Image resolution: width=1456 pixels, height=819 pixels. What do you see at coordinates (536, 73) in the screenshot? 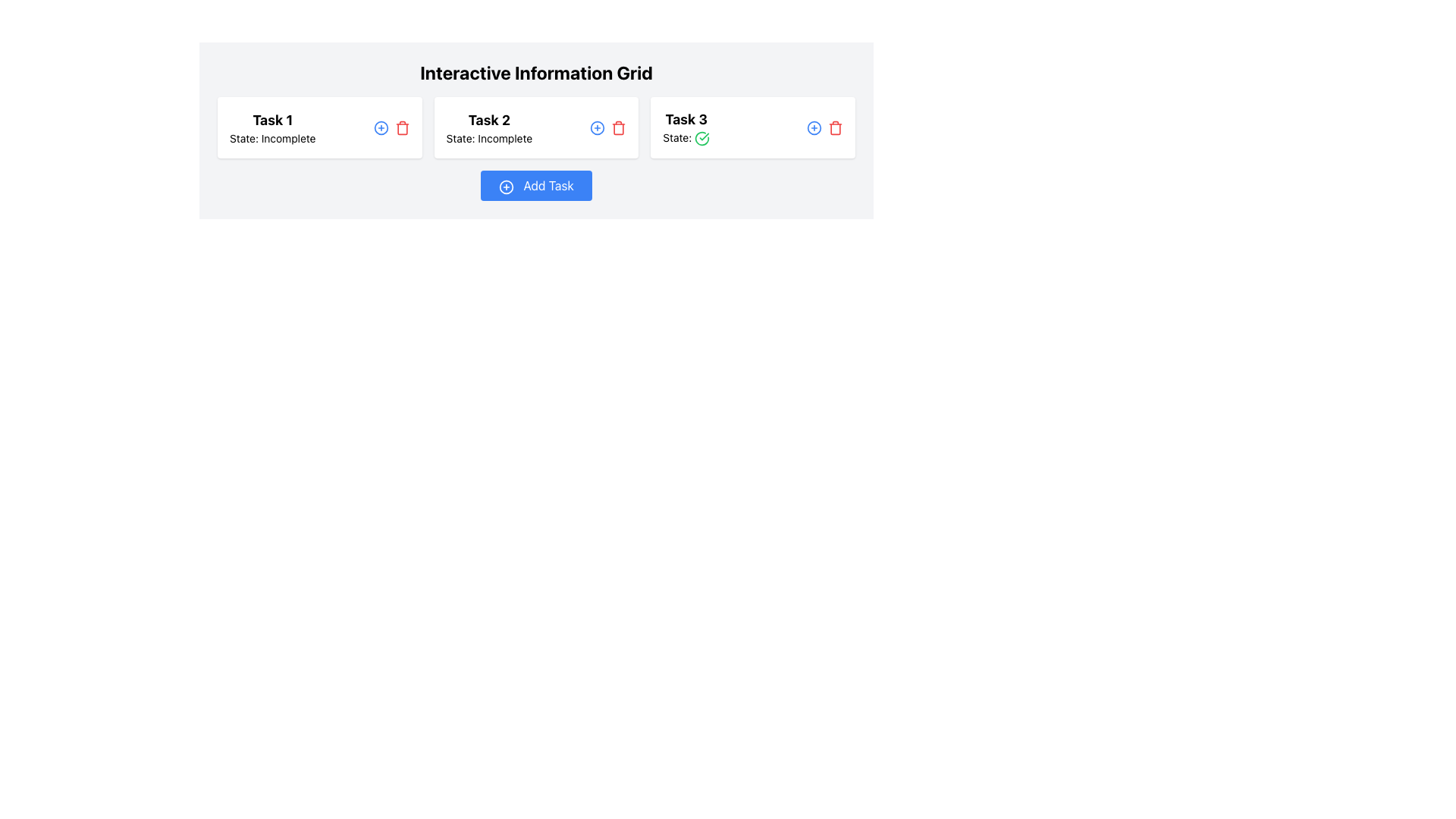
I see `the Heading (Text Element) that serves as a descriptive header for the section, positioned at the top-center of the interface above the task cards and 'Add Task' button` at bounding box center [536, 73].